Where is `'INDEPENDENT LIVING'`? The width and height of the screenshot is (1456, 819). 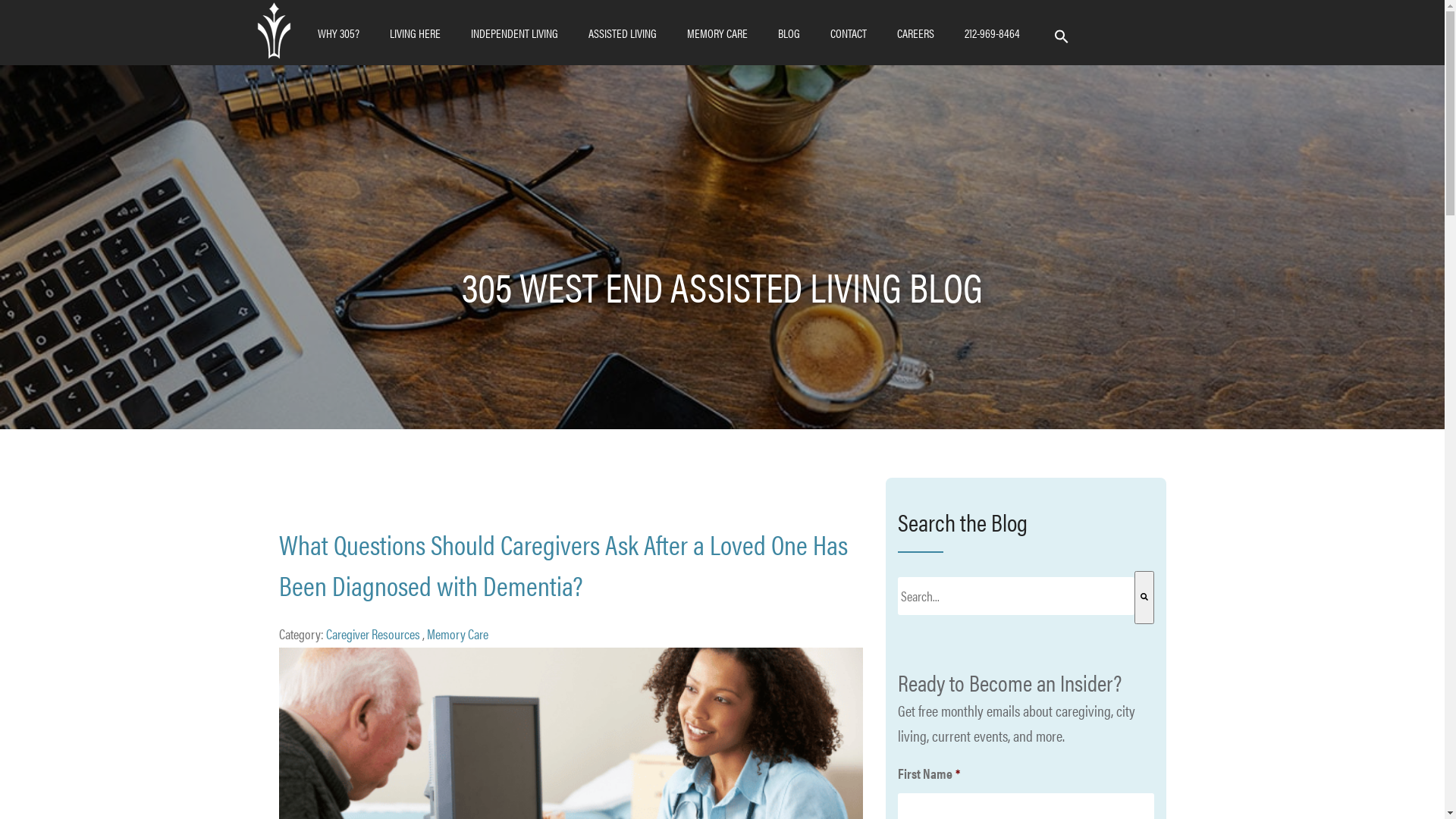 'INDEPENDENT LIVING' is located at coordinates (454, 33).